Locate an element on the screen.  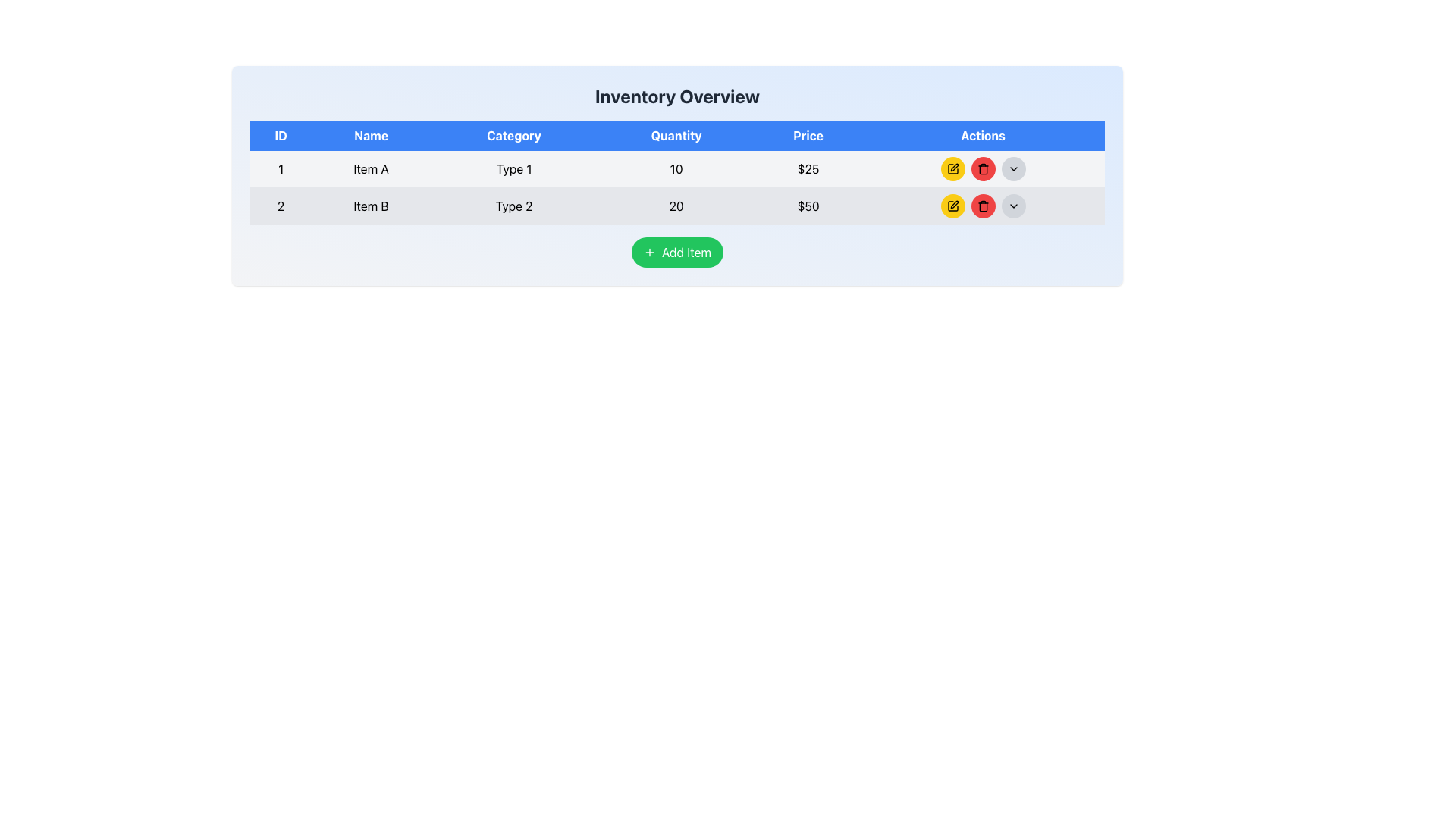
the pen icon inside the yellow circular button in the 'Actions' column of the second row of the inventory table is located at coordinates (953, 167).